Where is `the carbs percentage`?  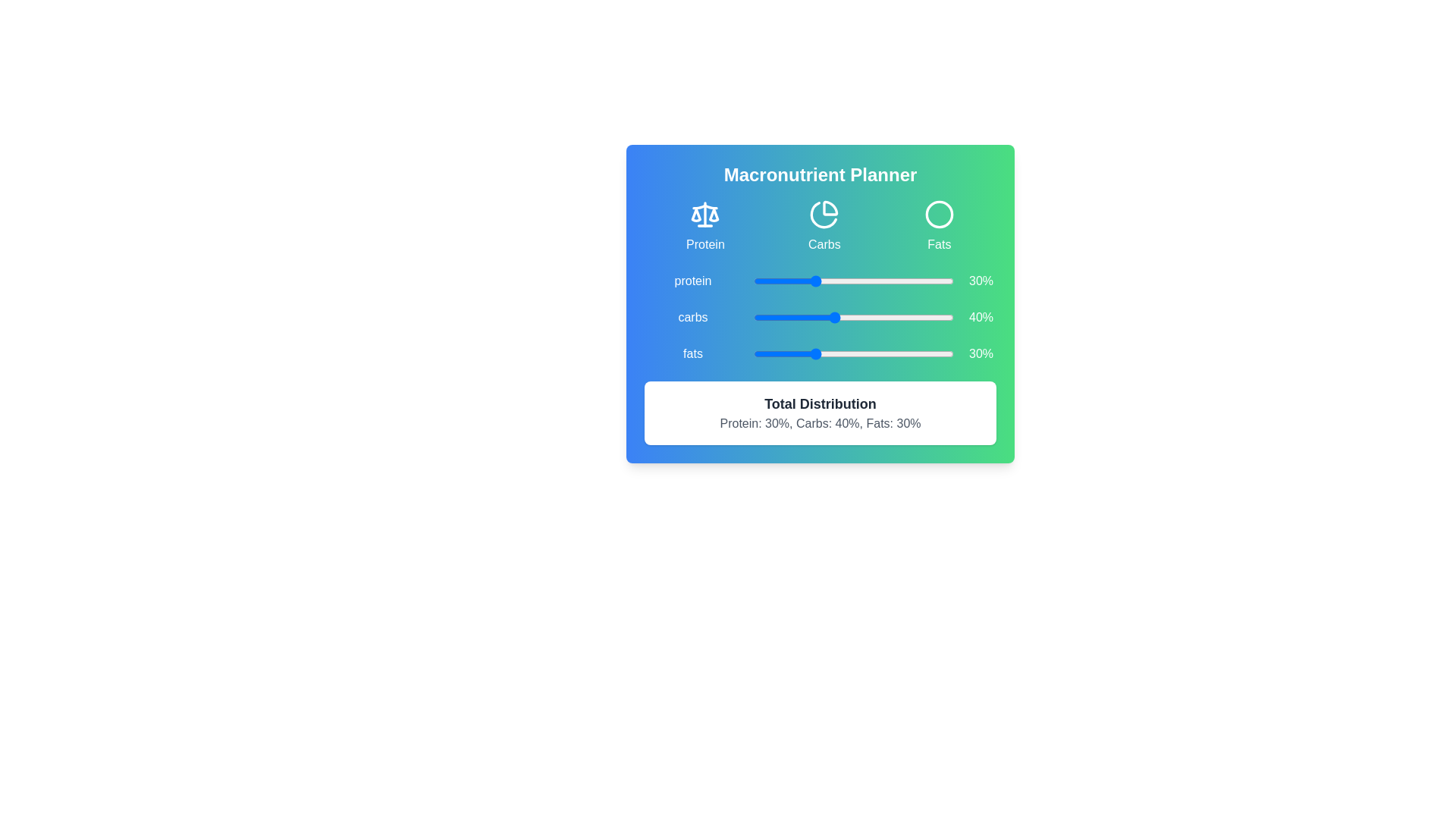
the carbs percentage is located at coordinates (782, 317).